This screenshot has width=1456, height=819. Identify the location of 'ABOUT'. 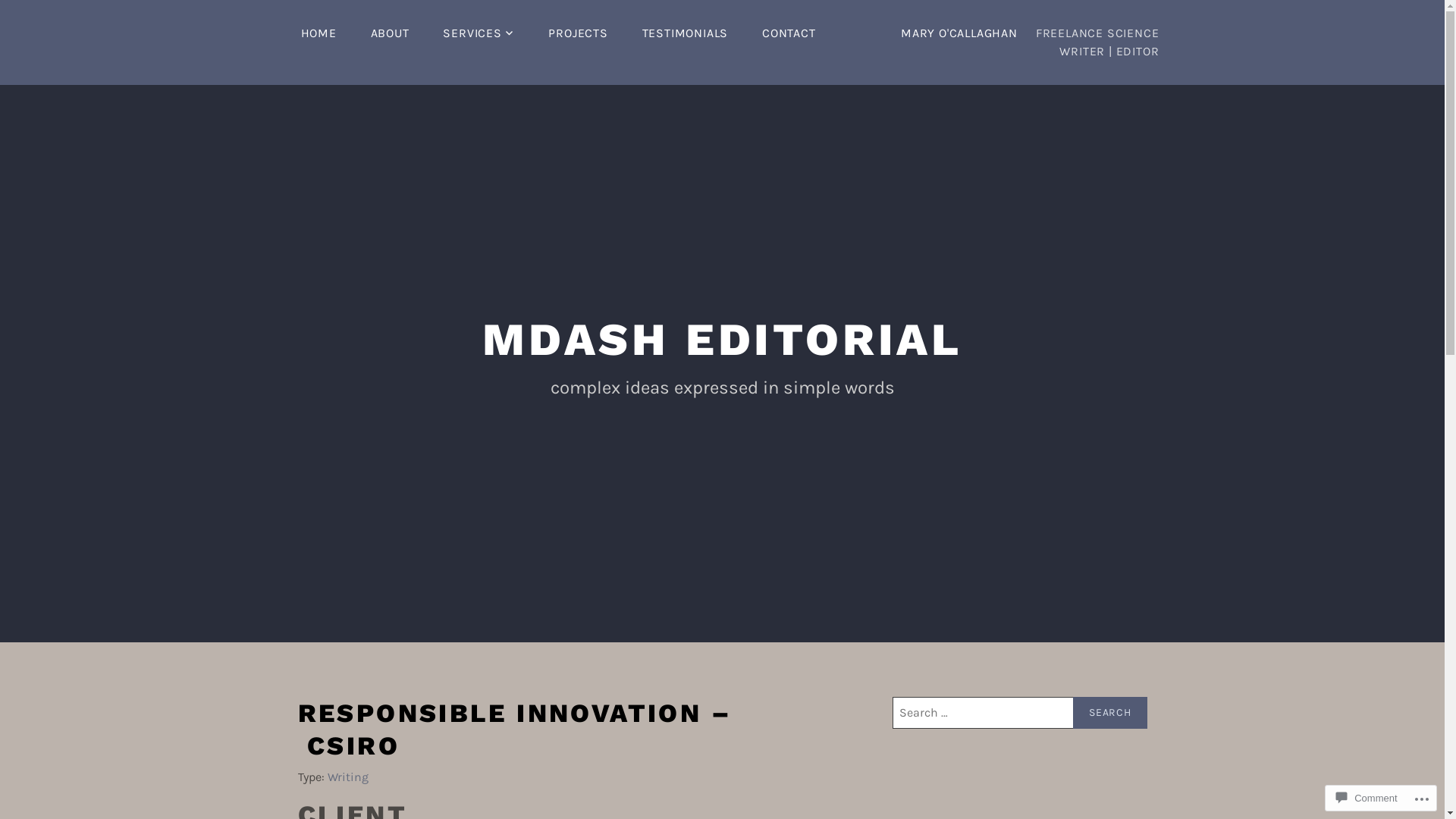
(390, 33).